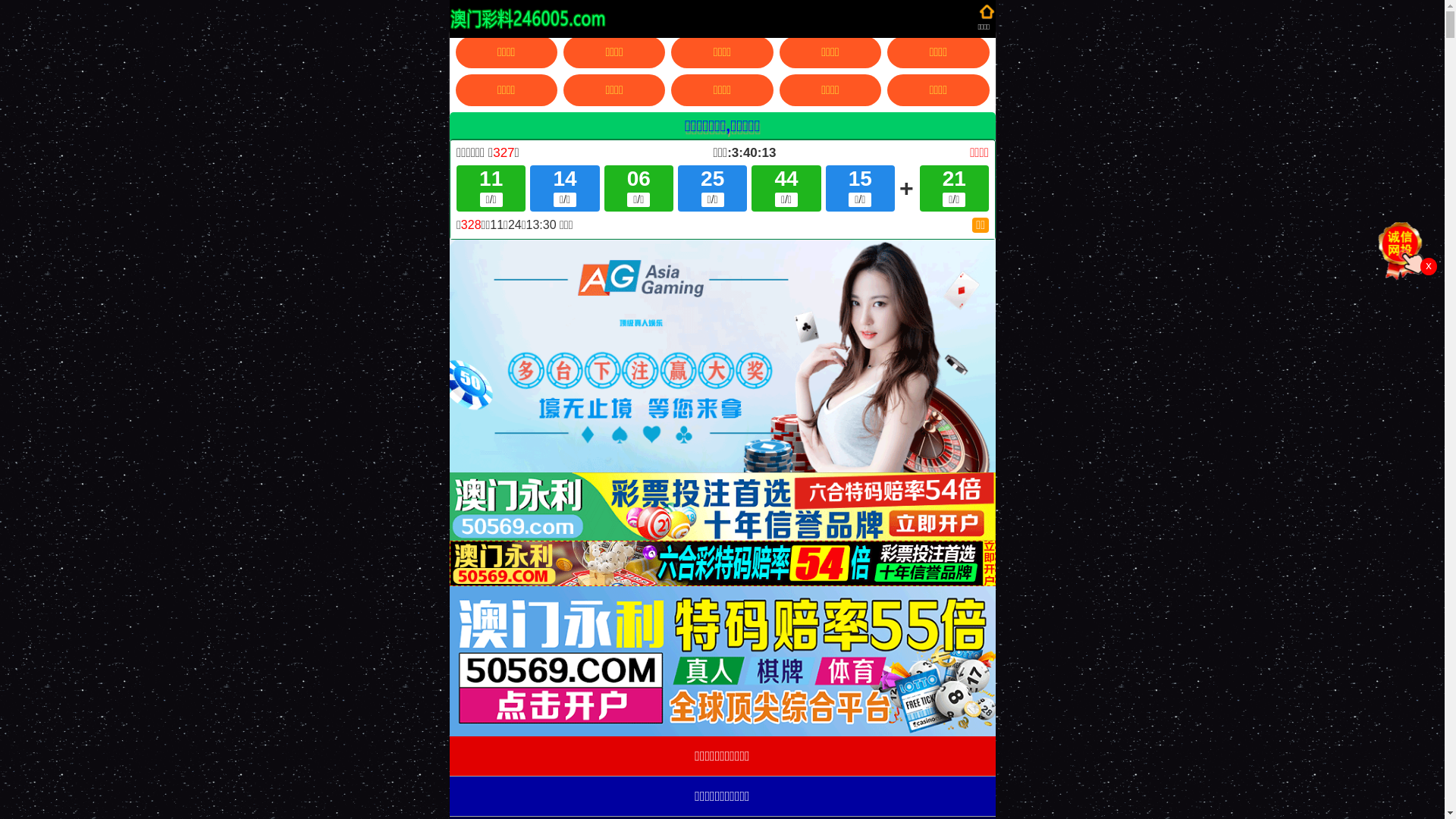 The image size is (1456, 819). Describe the element at coordinates (1427, 265) in the screenshot. I see `'x'` at that location.